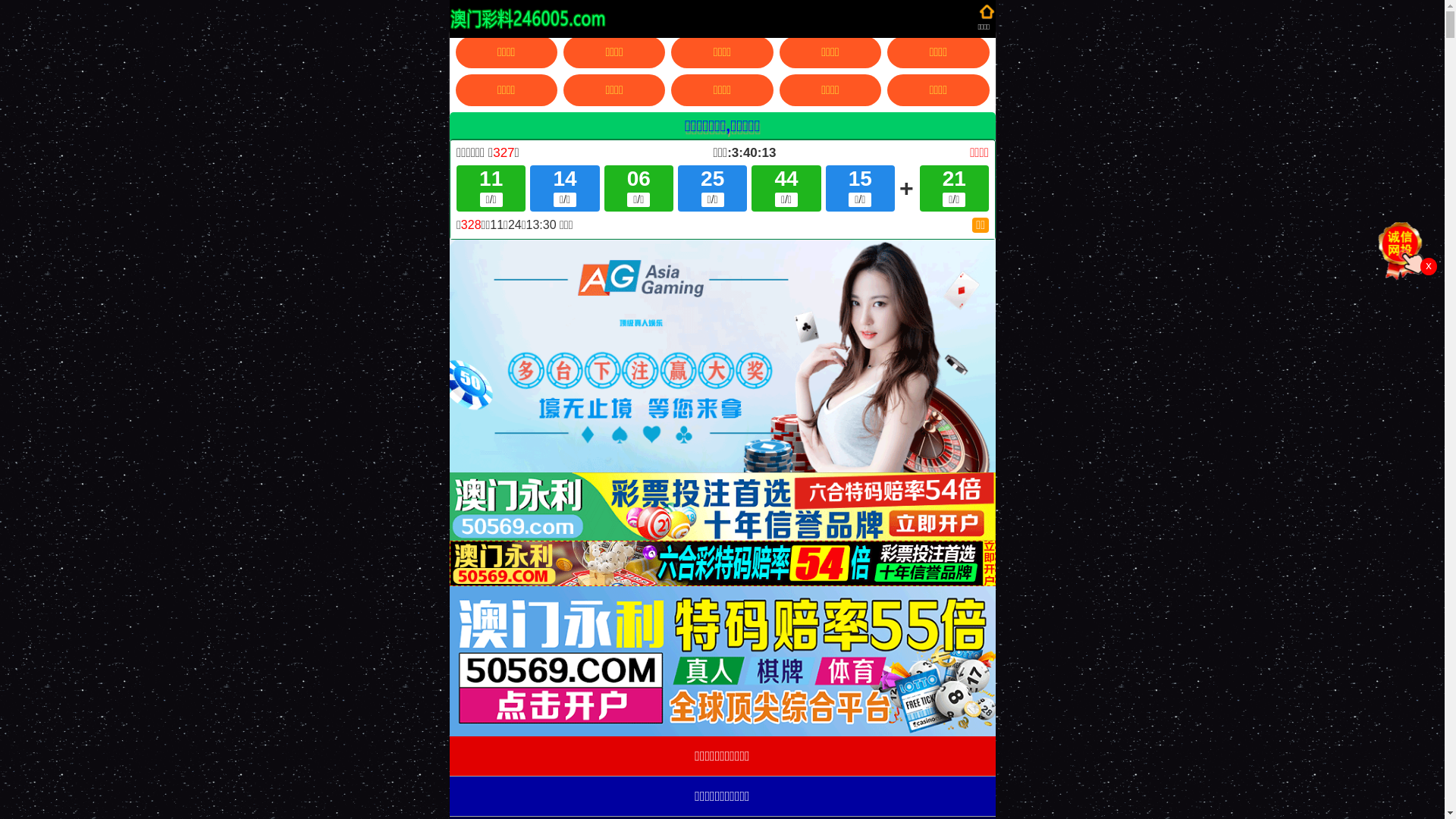 The image size is (1456, 819). Describe the element at coordinates (1427, 265) in the screenshot. I see `'x'` at that location.